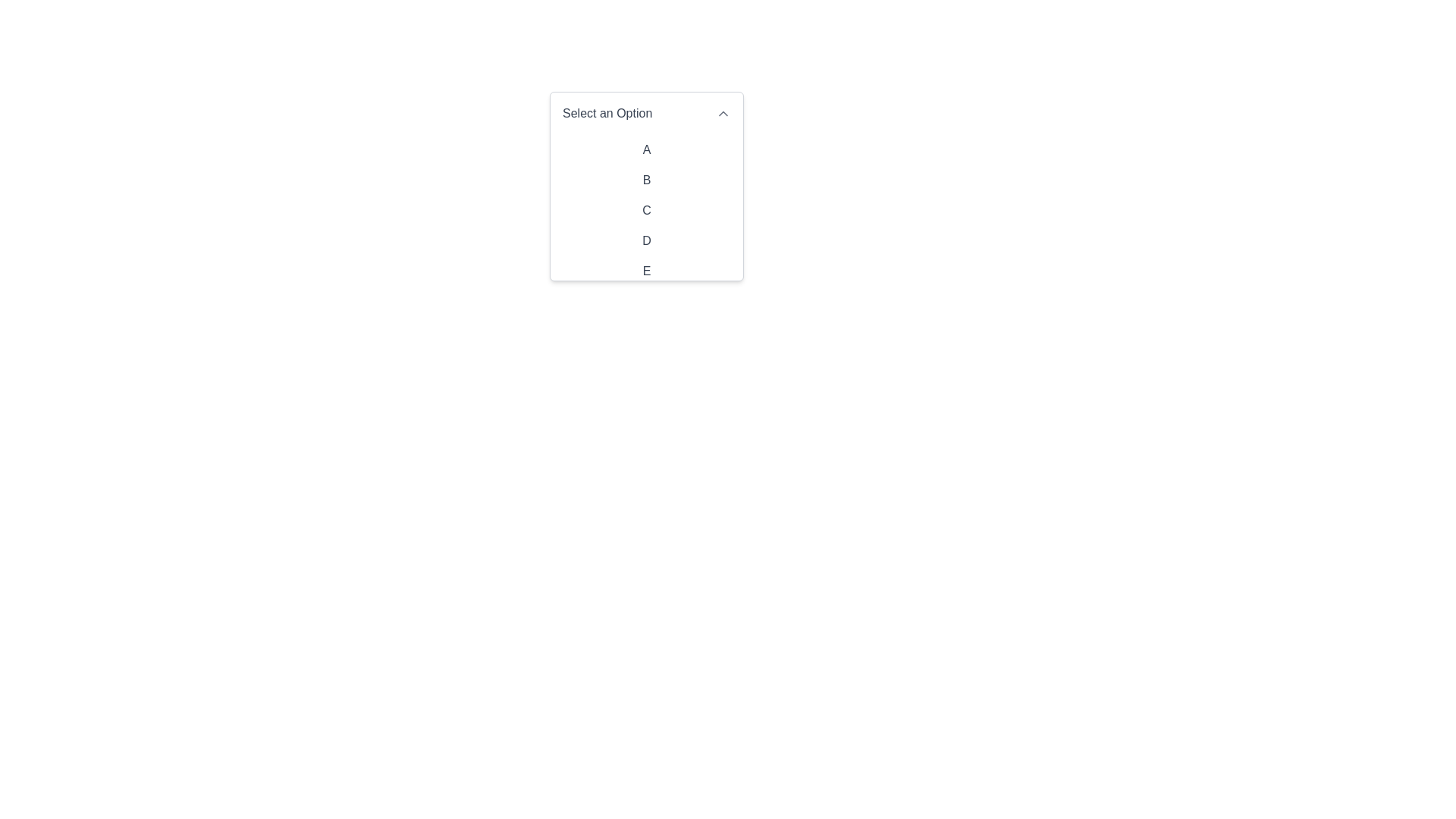 The width and height of the screenshot is (1456, 819). What do you see at coordinates (647, 210) in the screenshot?
I see `the 'C' option in the dropdown menu, which is the third item positioned below 'A' and 'B'` at bounding box center [647, 210].